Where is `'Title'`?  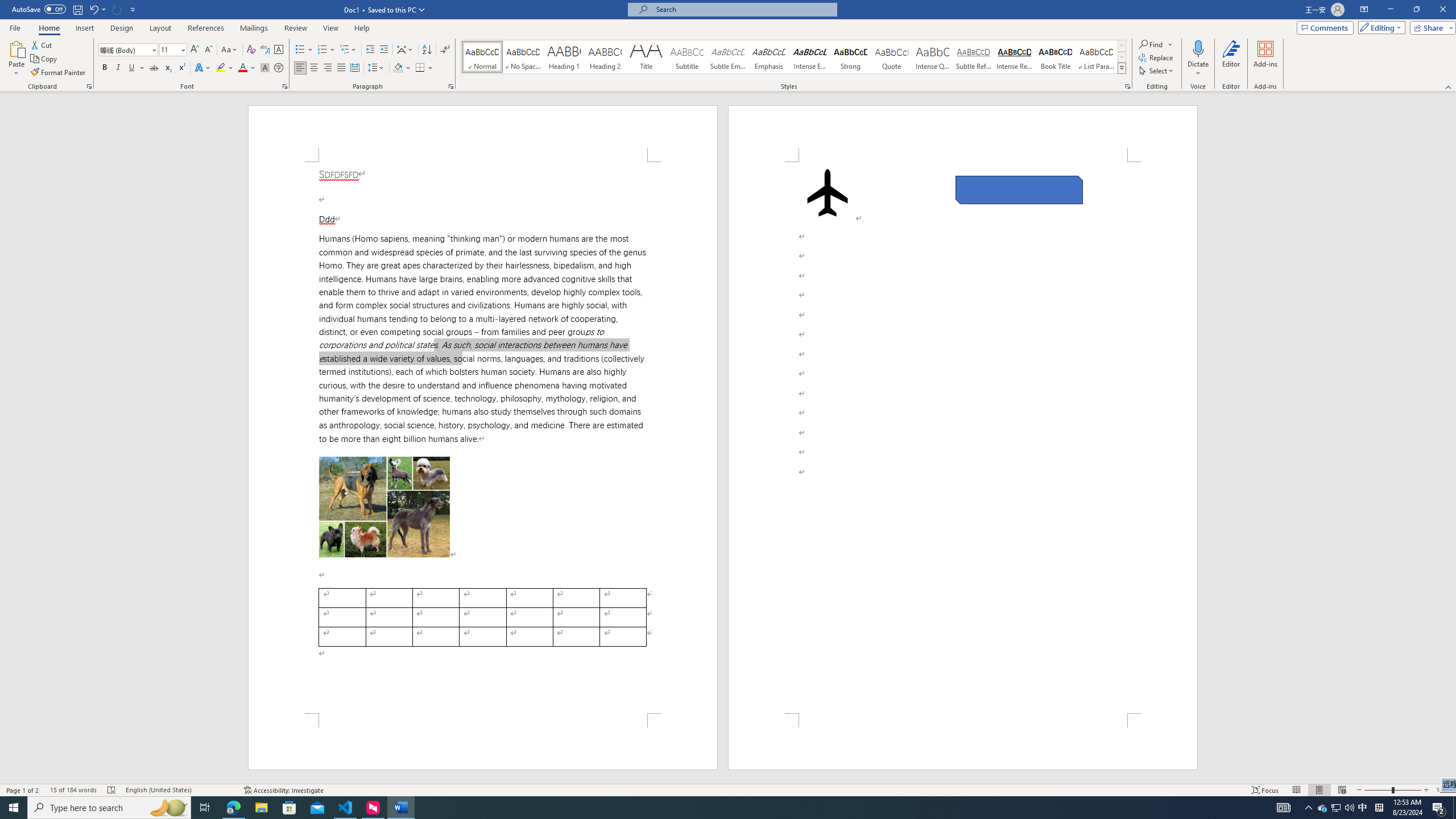 'Title' is located at coordinates (646, 56).